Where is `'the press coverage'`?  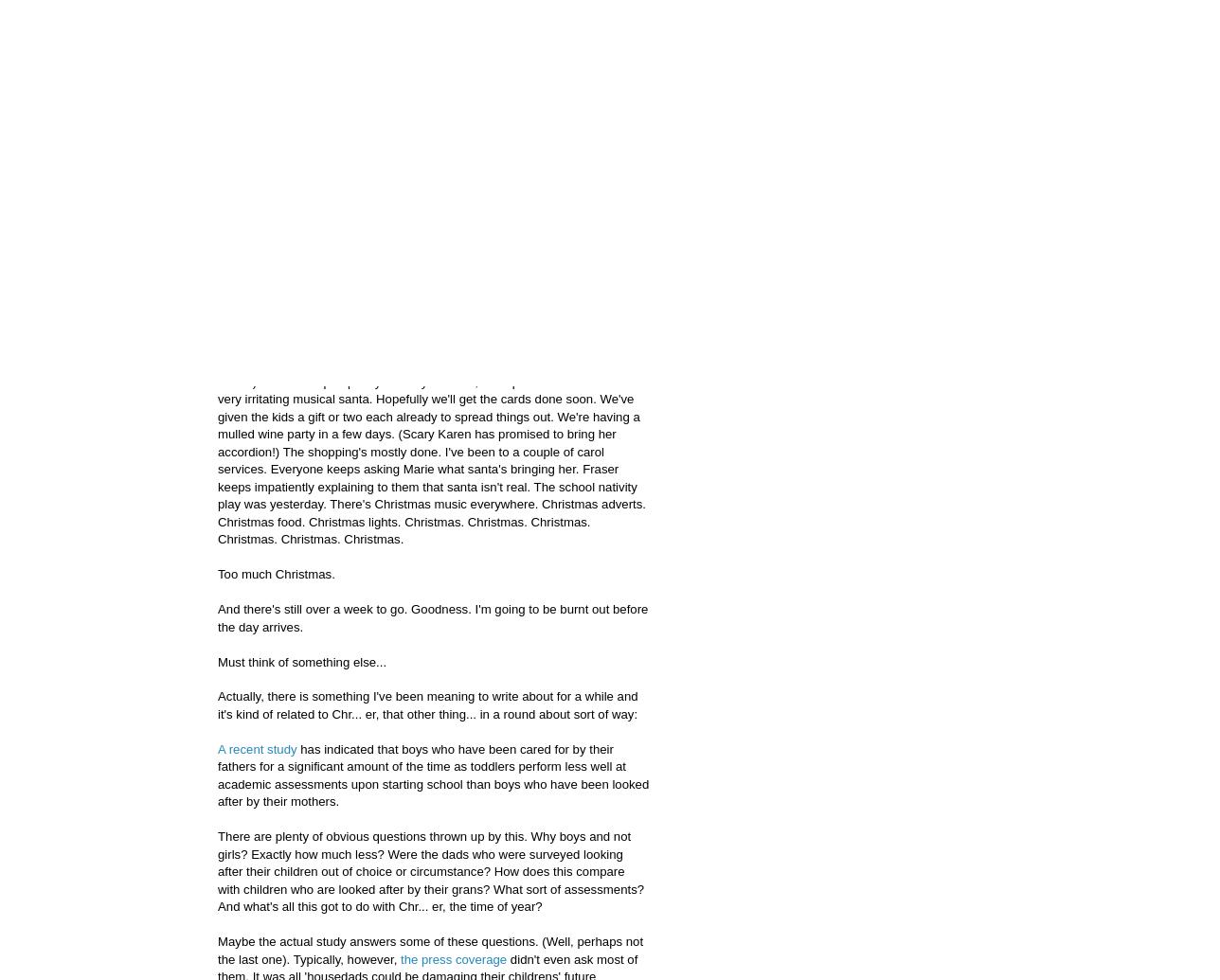
'the press coverage' is located at coordinates (454, 957).